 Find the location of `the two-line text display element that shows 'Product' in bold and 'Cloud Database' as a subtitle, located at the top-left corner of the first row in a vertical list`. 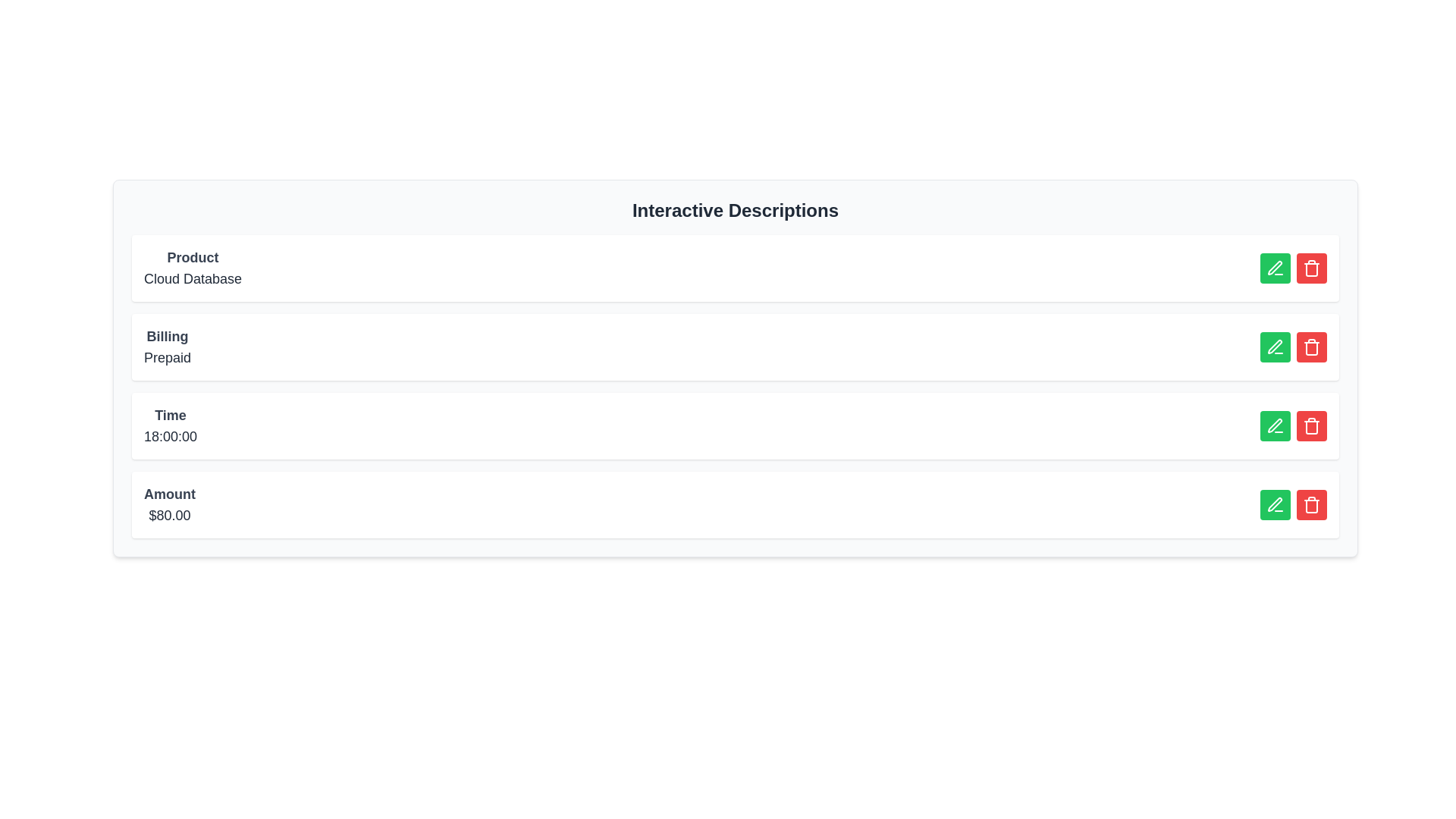

the two-line text display element that shows 'Product' in bold and 'Cloud Database' as a subtitle, located at the top-left corner of the first row in a vertical list is located at coordinates (192, 268).